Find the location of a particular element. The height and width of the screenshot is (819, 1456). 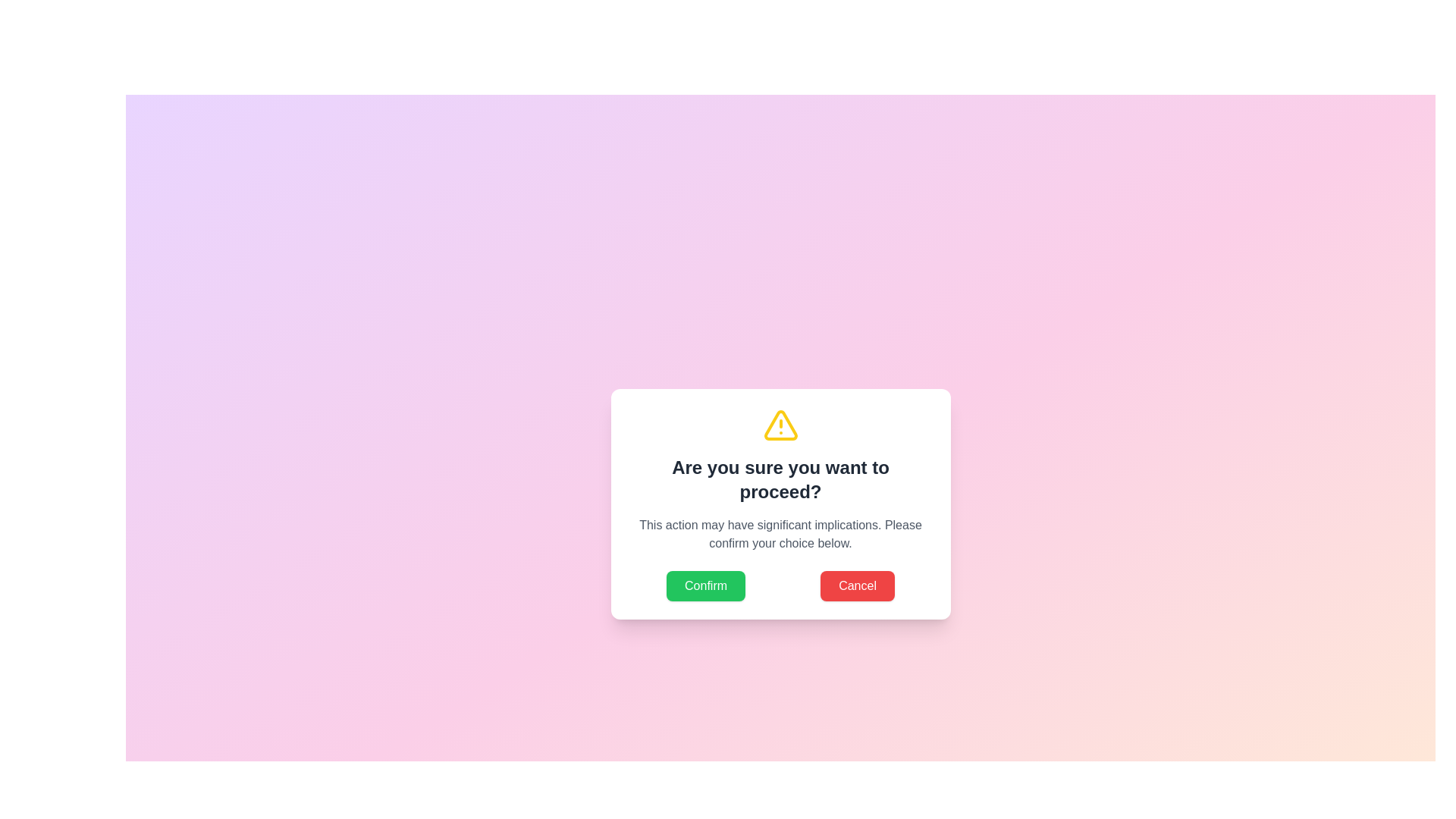

the yellow triangular warning icon with a black outline and an exclamation mark, which is located at the top of the dialog box above the message 'Are you sure you want to proceed?' is located at coordinates (780, 425).